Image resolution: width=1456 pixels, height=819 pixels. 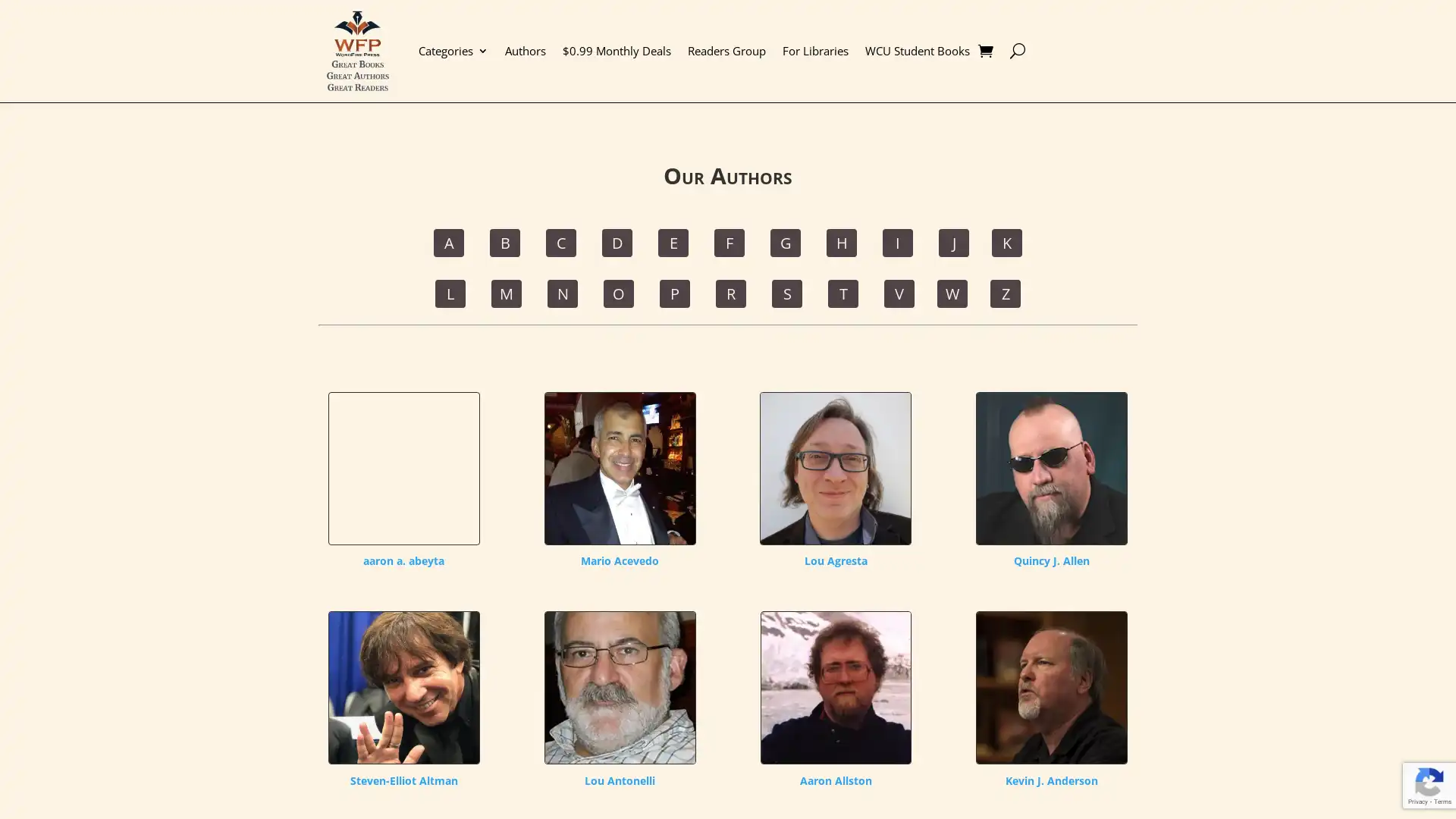 I want to click on J, so click(x=952, y=241).